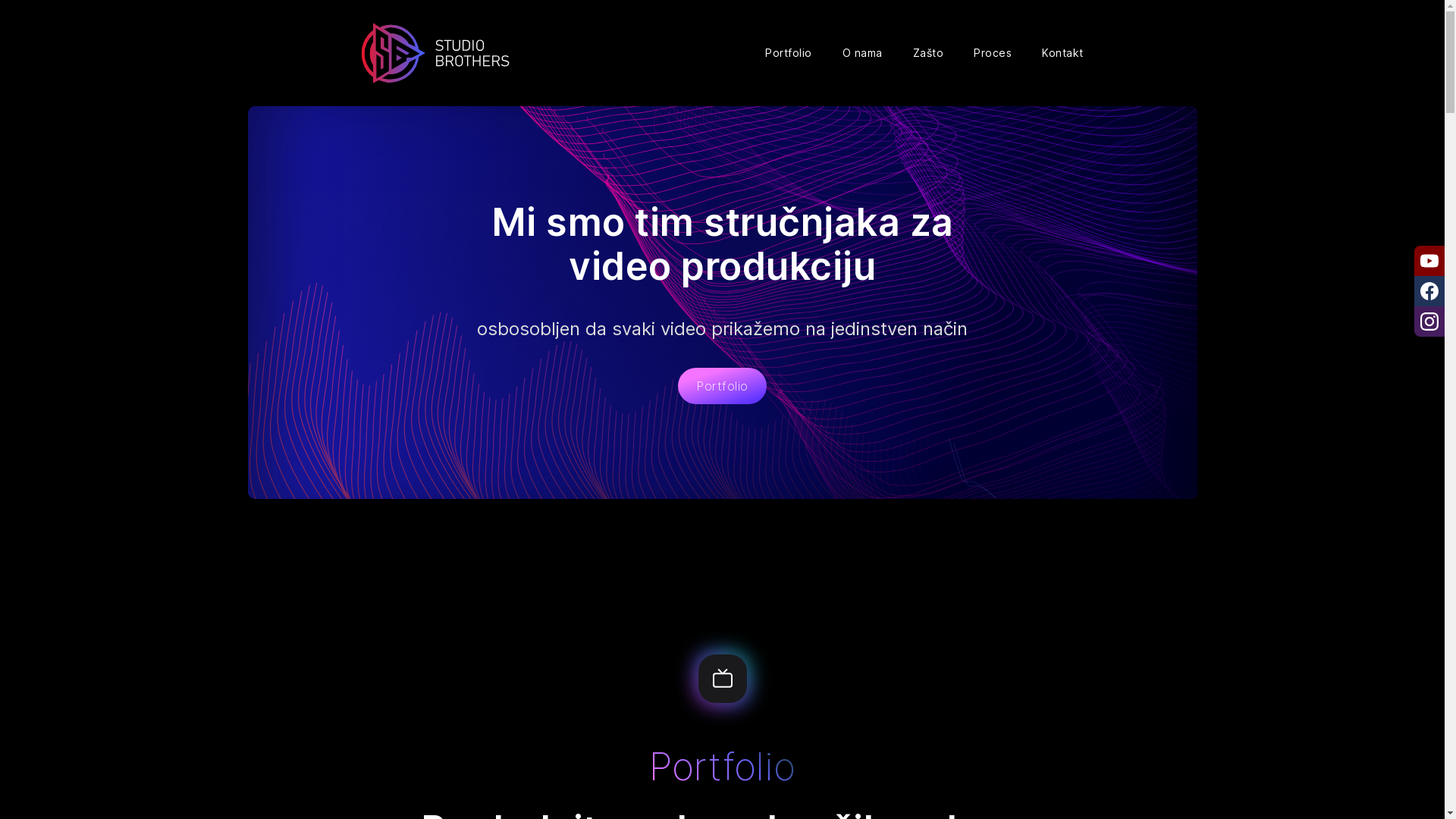  Describe the element at coordinates (435, 52) in the screenshot. I see `'Naslovna'` at that location.